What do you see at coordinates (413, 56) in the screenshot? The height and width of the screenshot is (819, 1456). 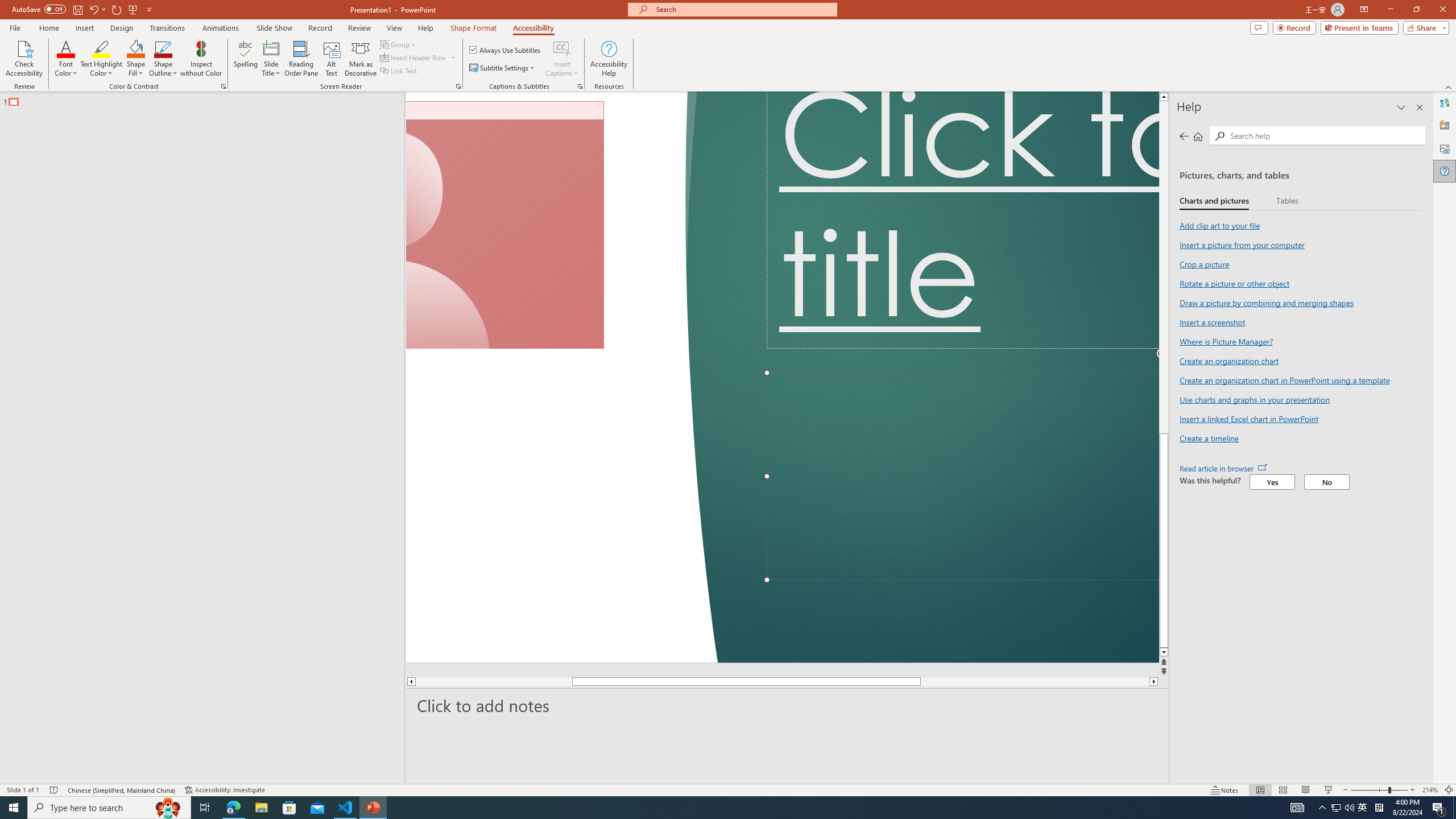 I see `'Insert Header Row'` at bounding box center [413, 56].